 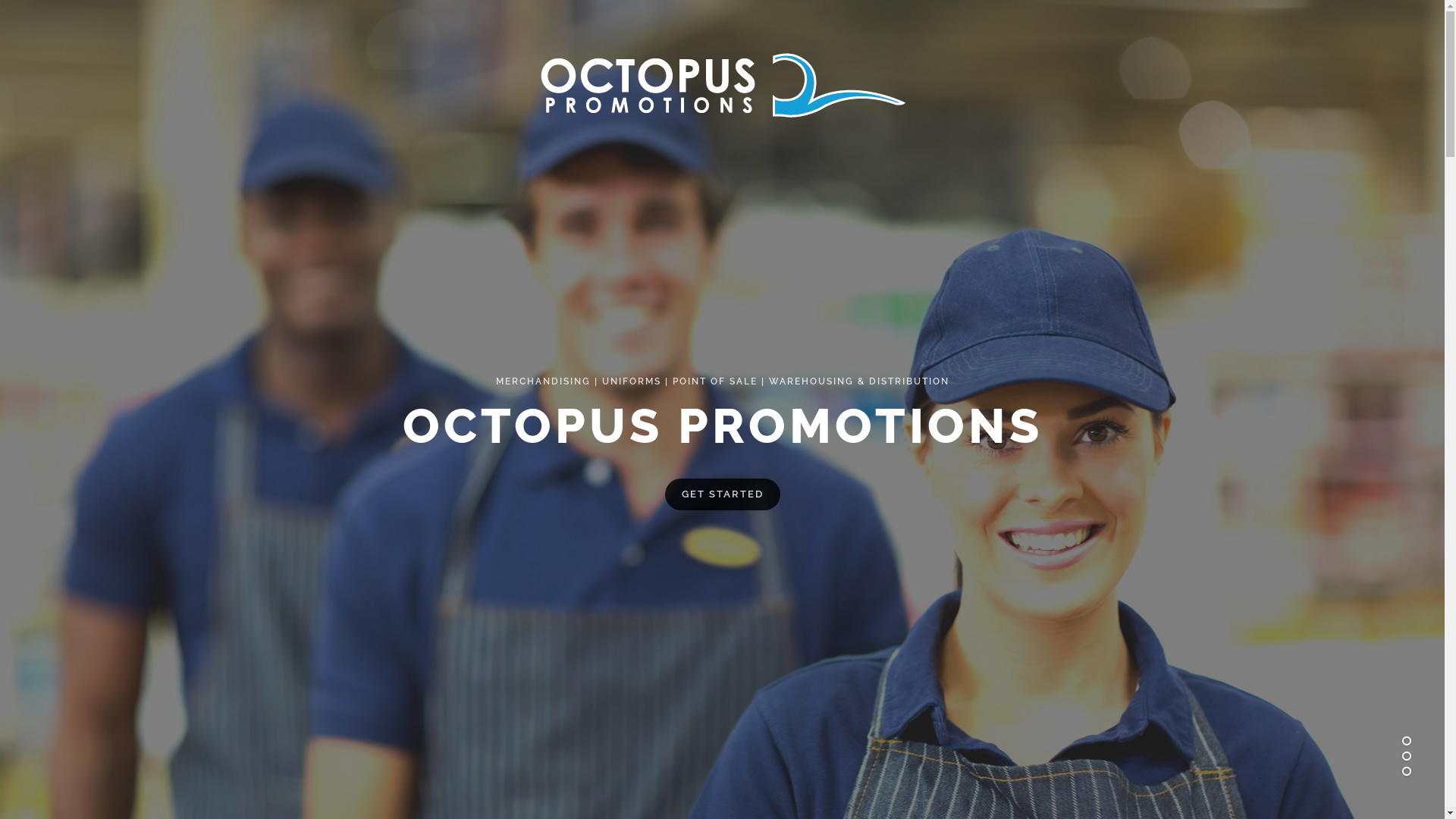 I want to click on 'GET STARTED', so click(x=720, y=494).